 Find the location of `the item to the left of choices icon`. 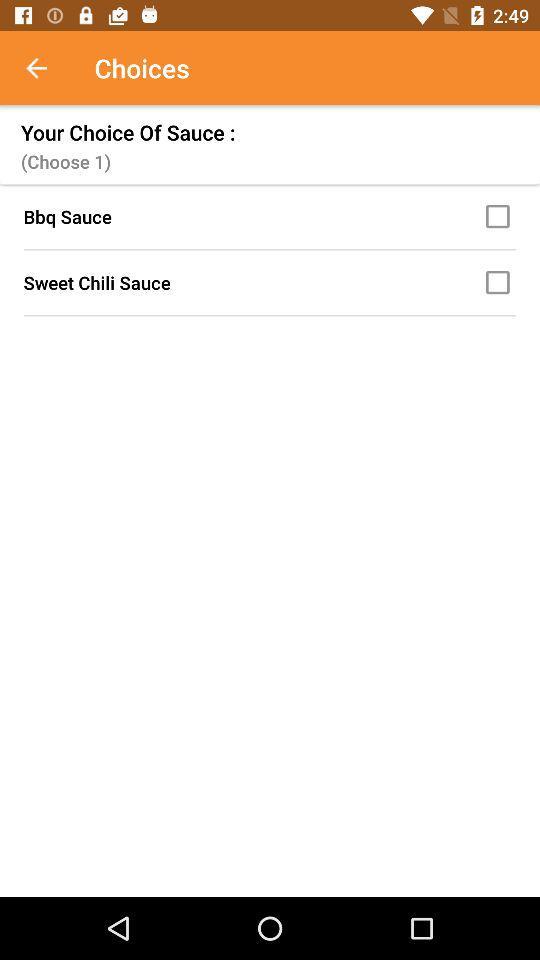

the item to the left of choices icon is located at coordinates (47, 68).